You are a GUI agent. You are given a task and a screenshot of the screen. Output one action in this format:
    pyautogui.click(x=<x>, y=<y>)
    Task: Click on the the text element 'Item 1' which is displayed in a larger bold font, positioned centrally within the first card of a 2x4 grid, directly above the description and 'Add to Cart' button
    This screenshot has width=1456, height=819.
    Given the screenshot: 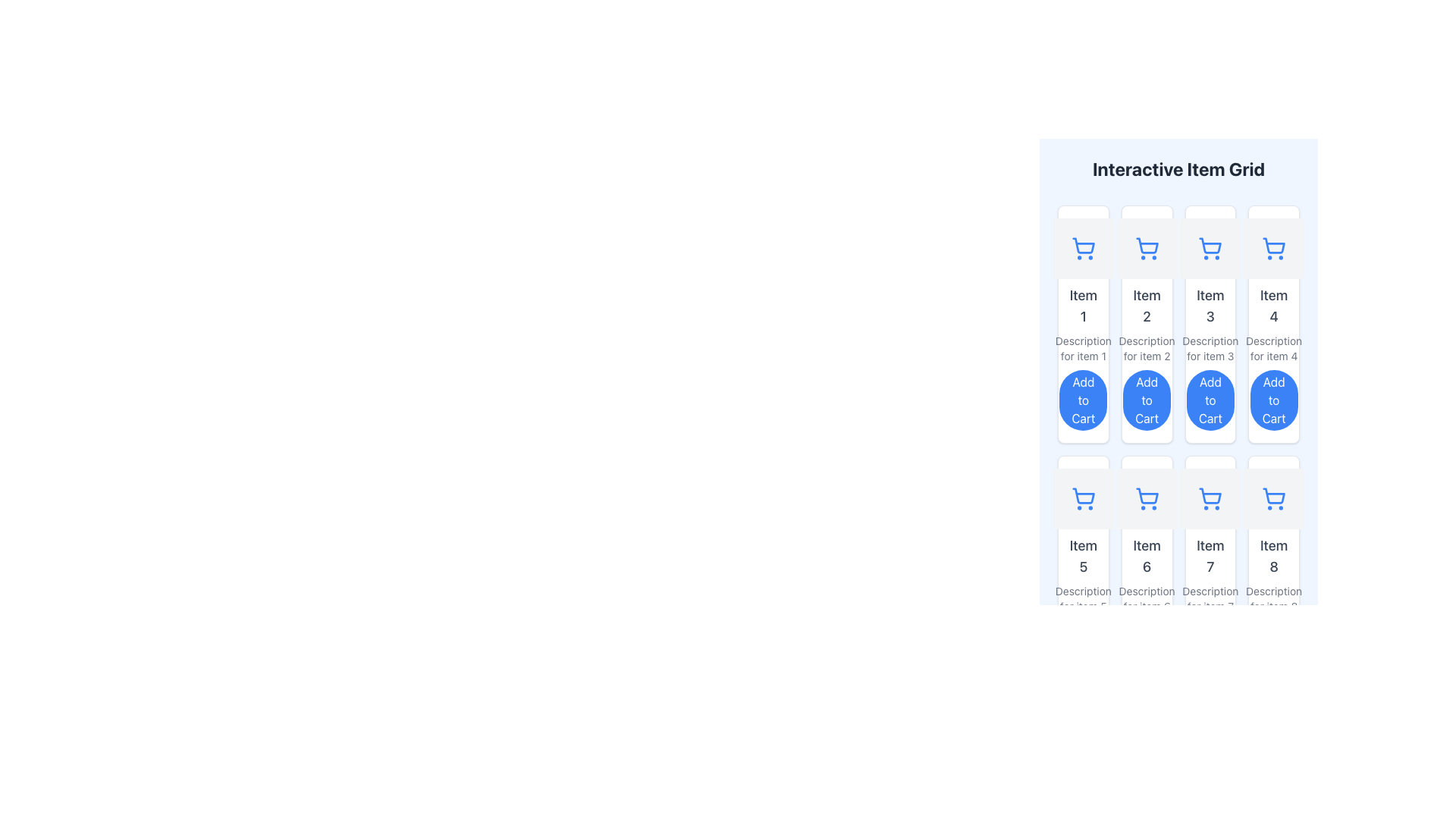 What is the action you would take?
    pyautogui.click(x=1082, y=306)
    